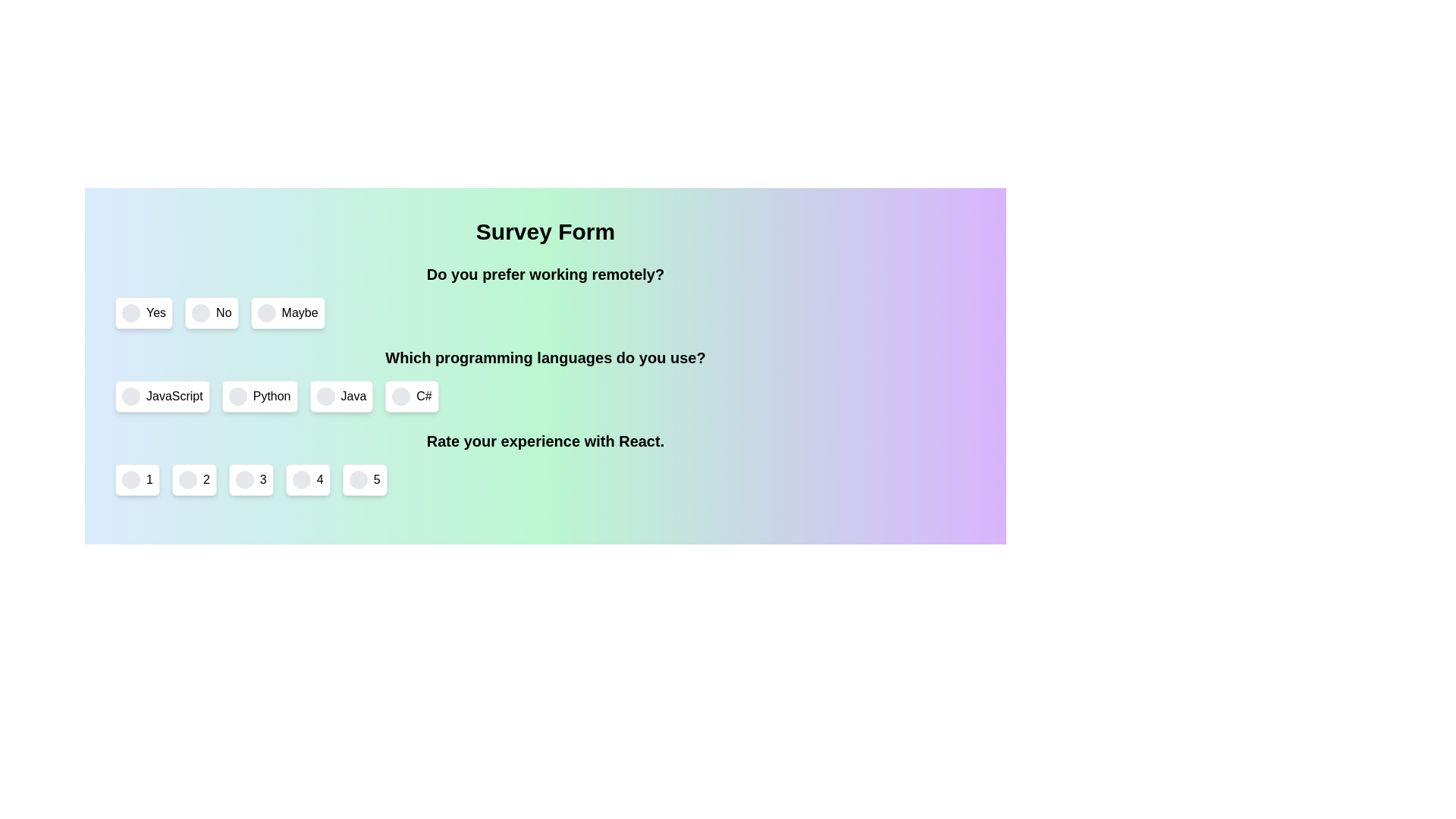 Image resolution: width=1456 pixels, height=819 pixels. Describe the element at coordinates (271, 396) in the screenshot. I see `the 'Python' label in the option group under 'Which programming languages do you use?'` at that location.